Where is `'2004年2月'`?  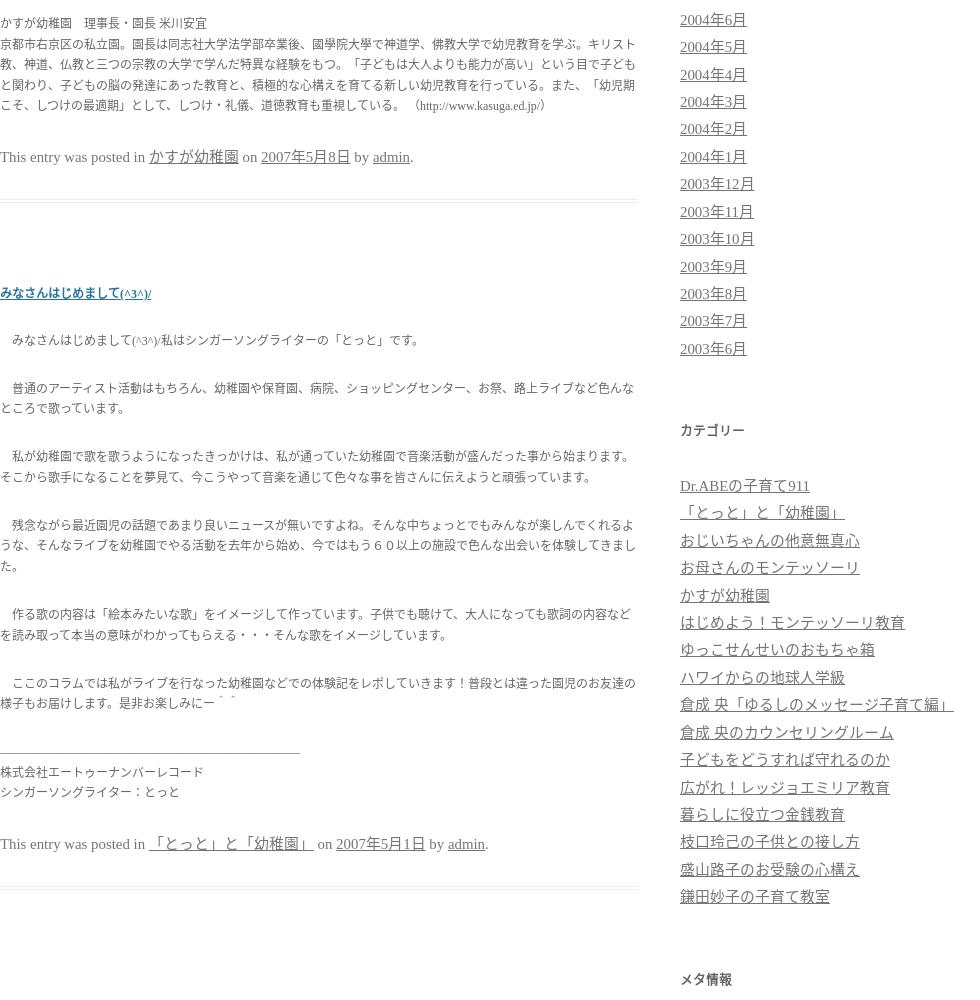 '2004年2月' is located at coordinates (680, 129).